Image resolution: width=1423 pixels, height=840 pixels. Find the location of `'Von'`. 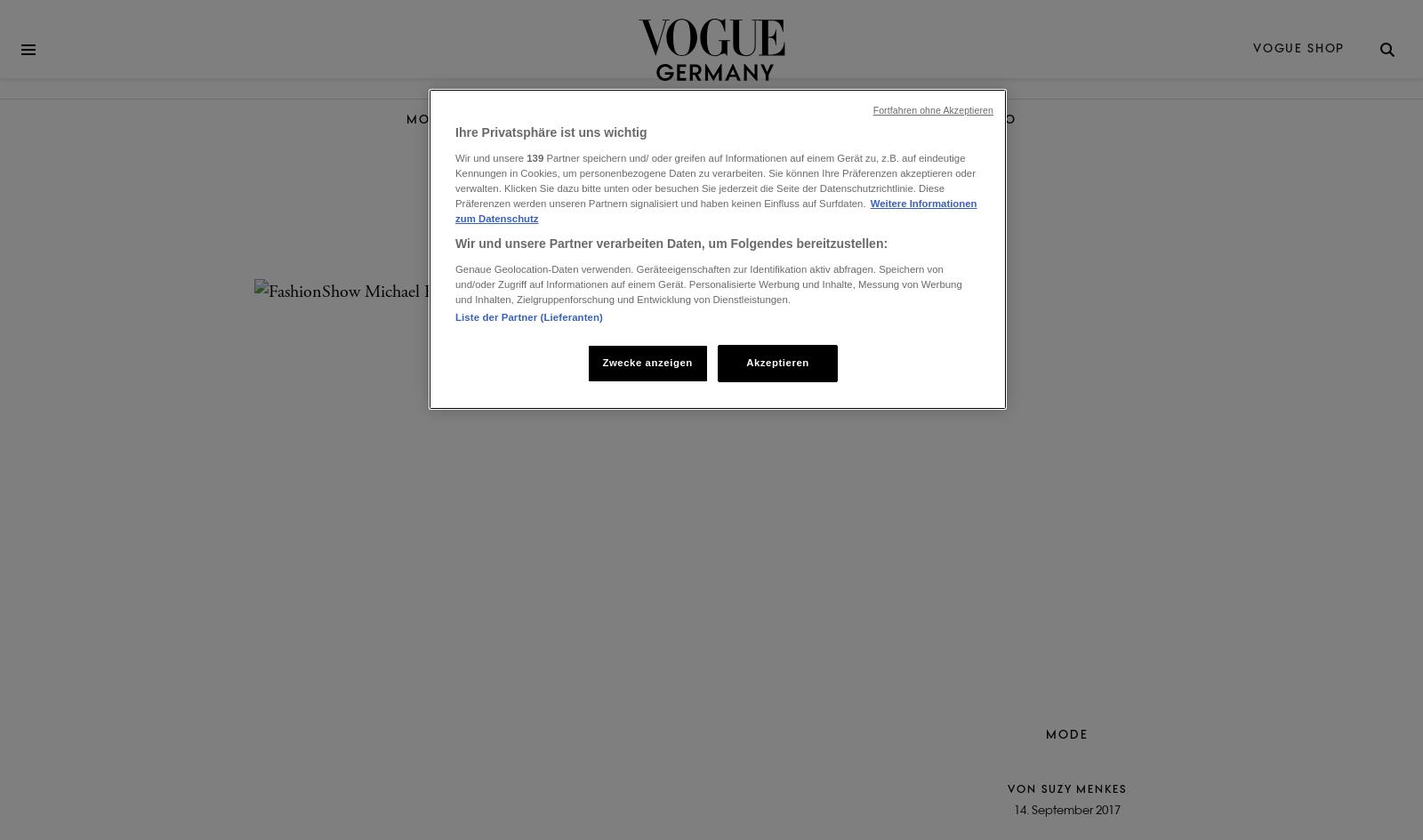

'Von' is located at coordinates (1024, 788).